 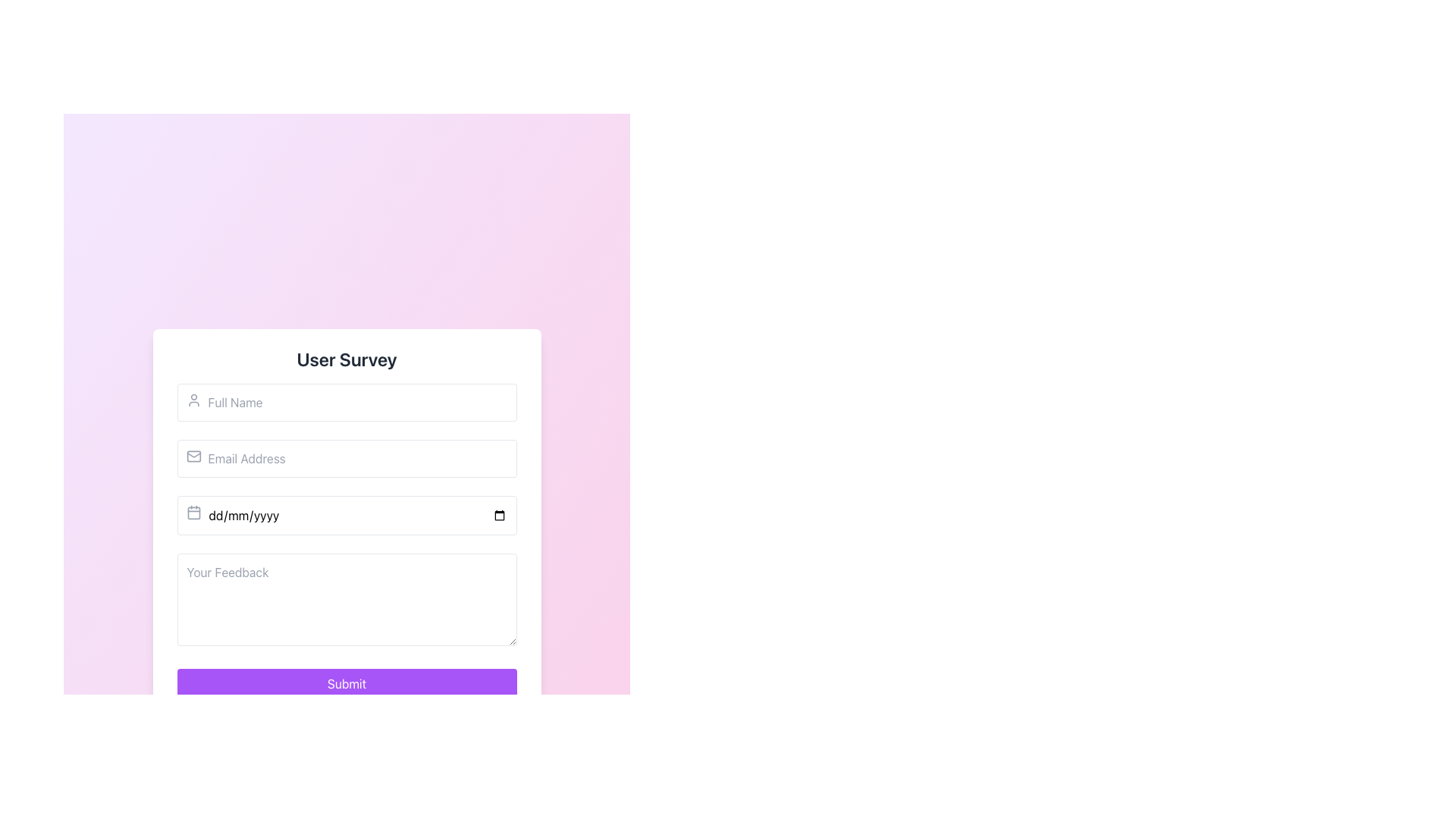 What do you see at coordinates (193, 455) in the screenshot?
I see `the Envelope Inner Part icon, which resembles the front face of an envelope and is centrally located within the email icon` at bounding box center [193, 455].